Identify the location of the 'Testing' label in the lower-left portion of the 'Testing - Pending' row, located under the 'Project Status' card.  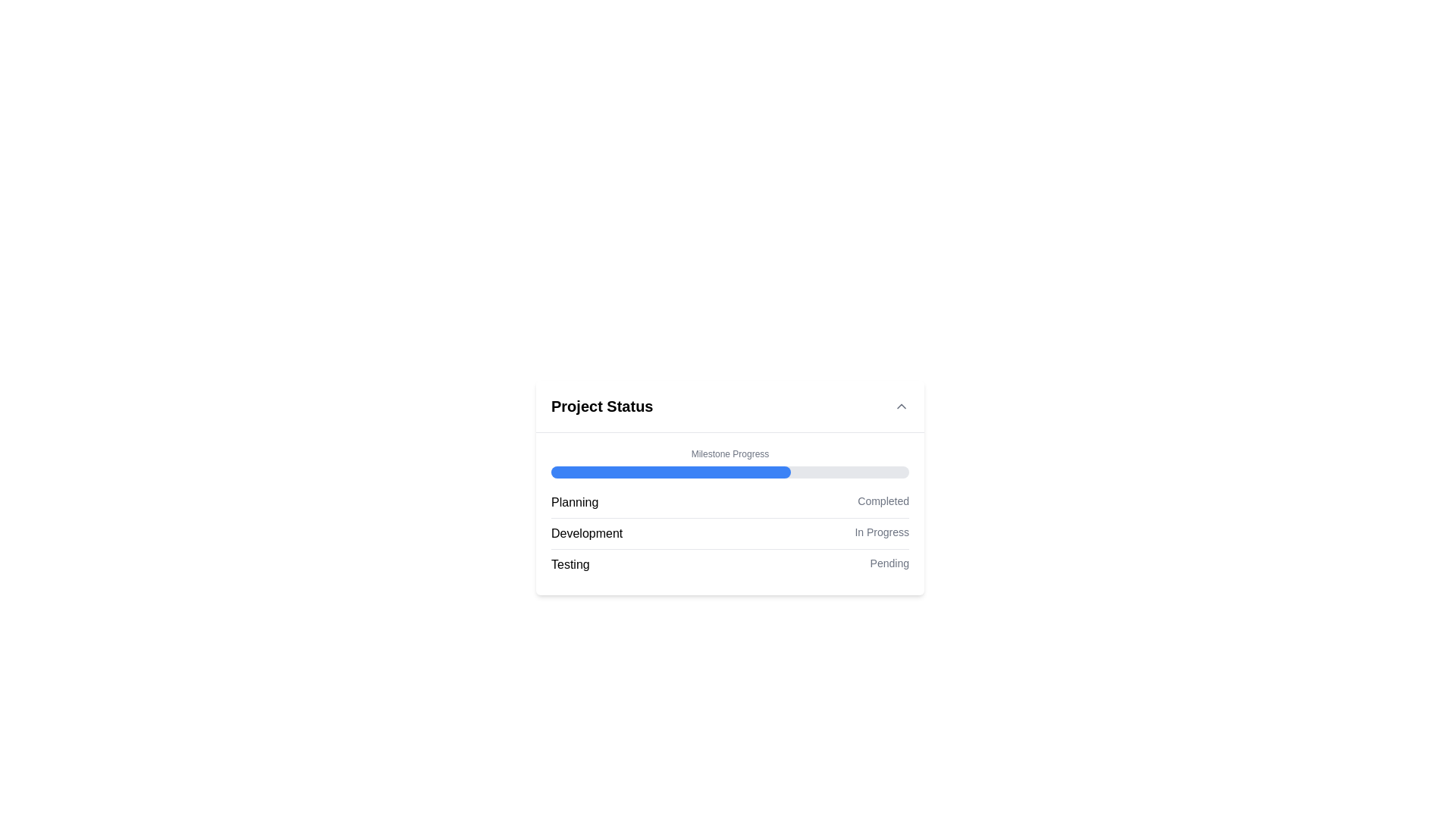
(570, 564).